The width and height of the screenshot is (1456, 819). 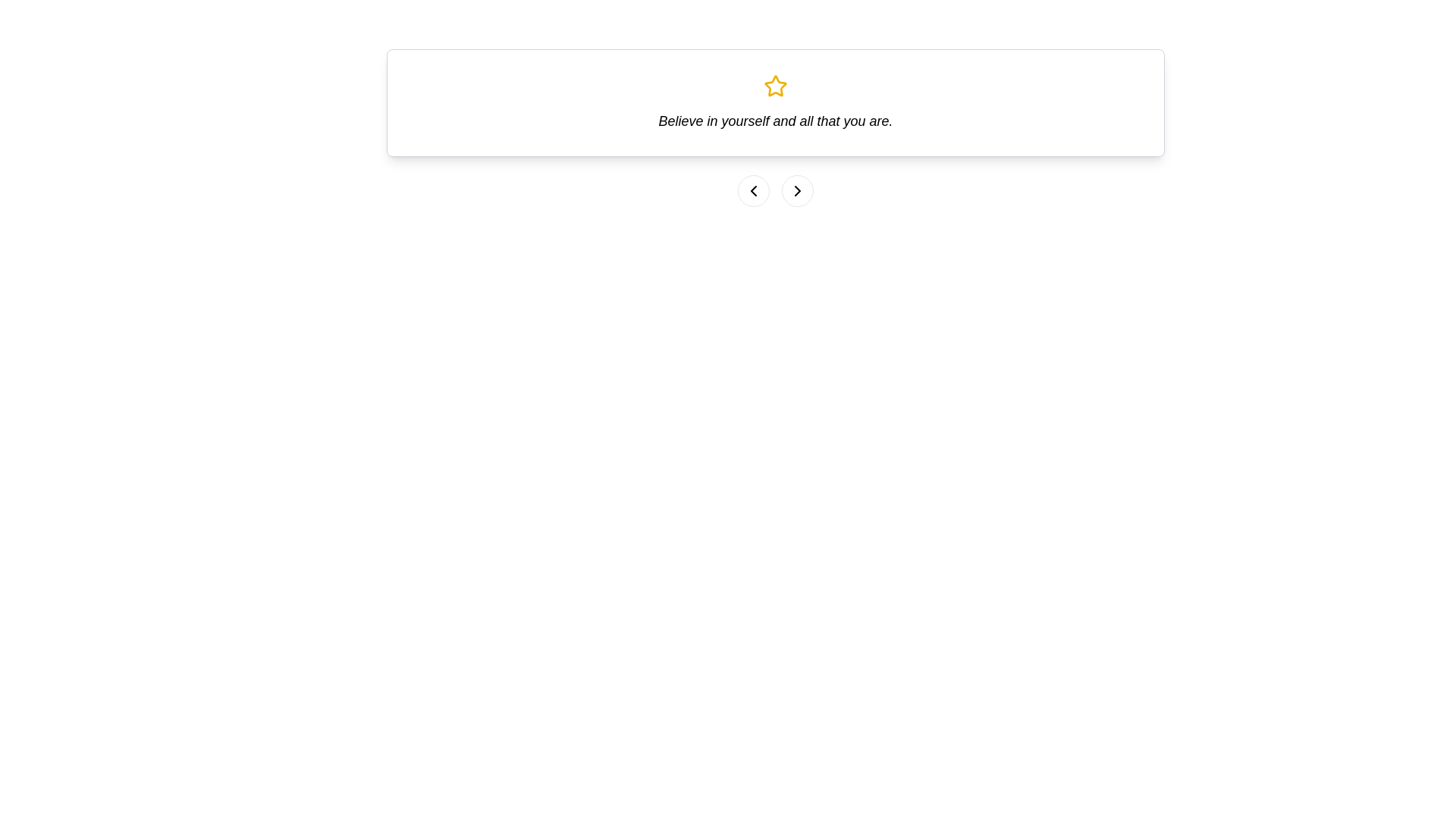 What do you see at coordinates (753, 190) in the screenshot?
I see `the left circular icon button` at bounding box center [753, 190].